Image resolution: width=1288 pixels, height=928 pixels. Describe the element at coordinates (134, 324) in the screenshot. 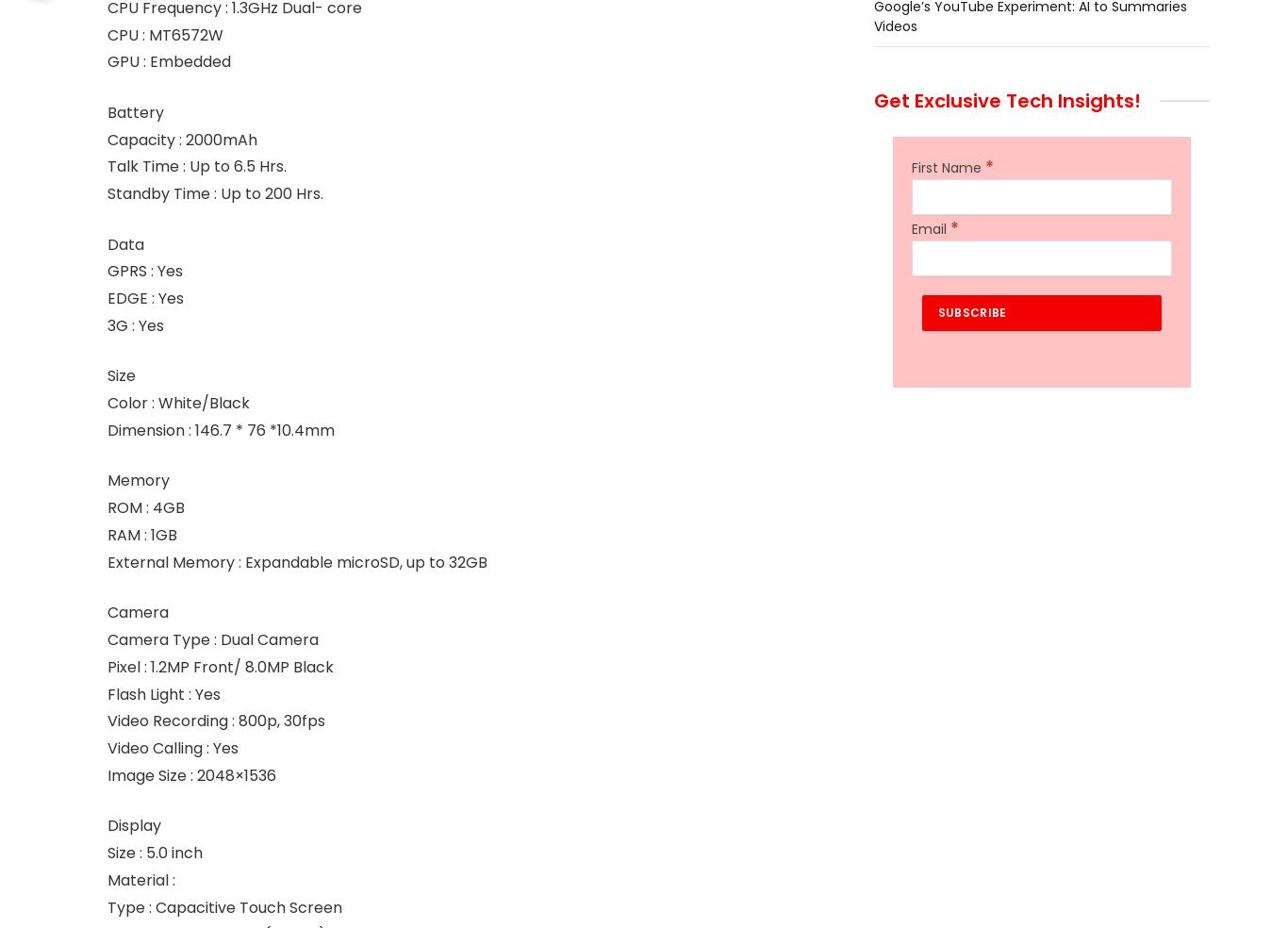

I see `'3G : Yes'` at that location.